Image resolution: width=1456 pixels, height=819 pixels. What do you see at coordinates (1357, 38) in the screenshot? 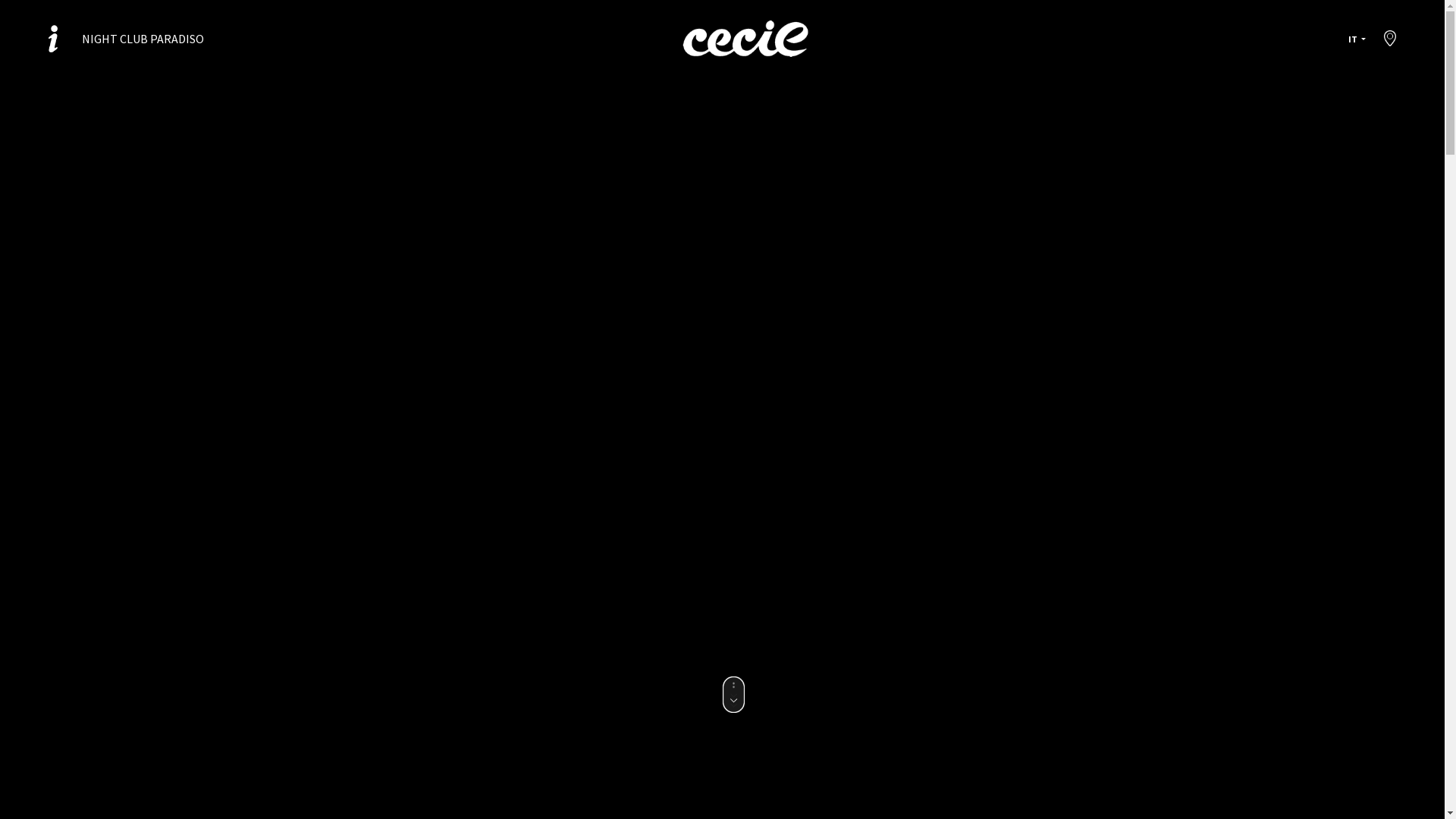
I see `'IT'` at bounding box center [1357, 38].